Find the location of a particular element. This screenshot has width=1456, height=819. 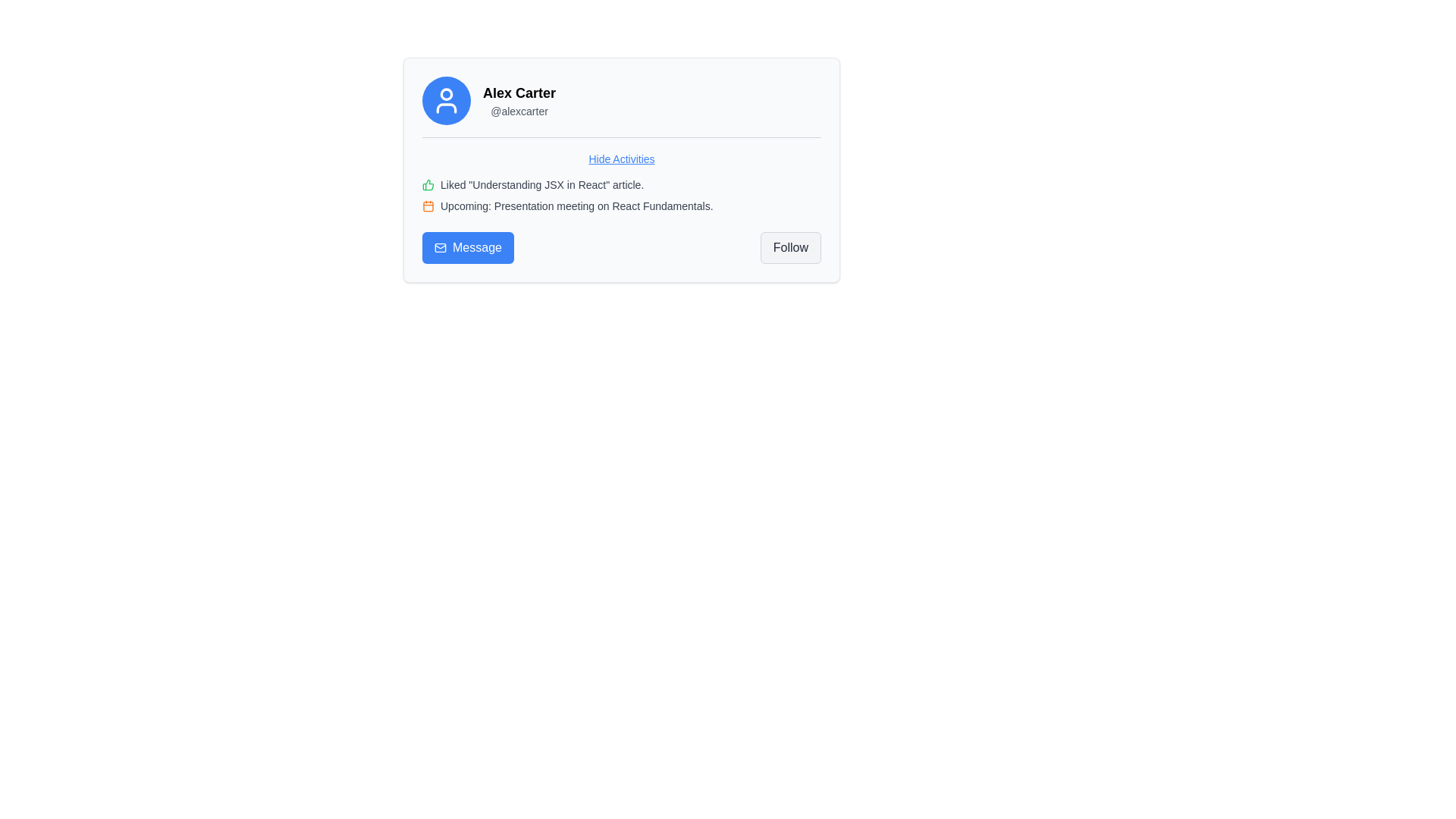

the orange calendar icon, which is positioned to the left of the text 'Upcoming: Presentation meeting on React Fundamentals' is located at coordinates (428, 206).